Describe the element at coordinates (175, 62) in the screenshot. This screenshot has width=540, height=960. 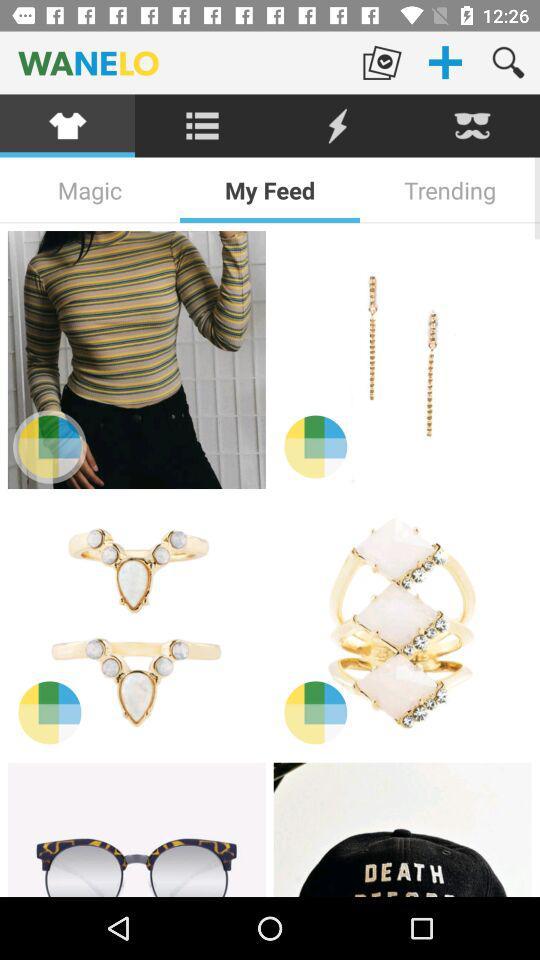
I see `the wanelo icon` at that location.